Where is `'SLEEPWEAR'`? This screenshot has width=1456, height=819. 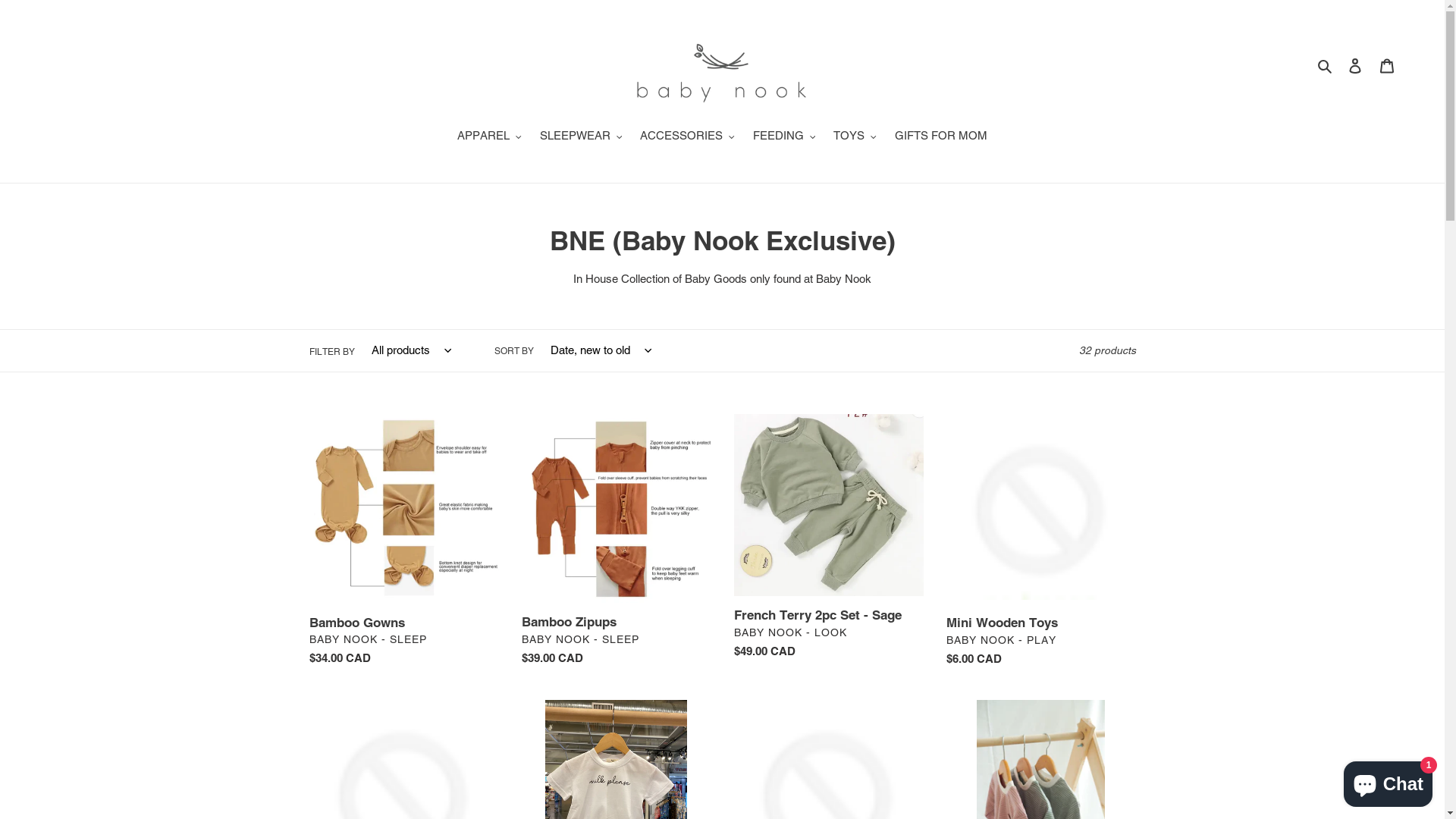 'SLEEPWEAR' is located at coordinates (580, 137).